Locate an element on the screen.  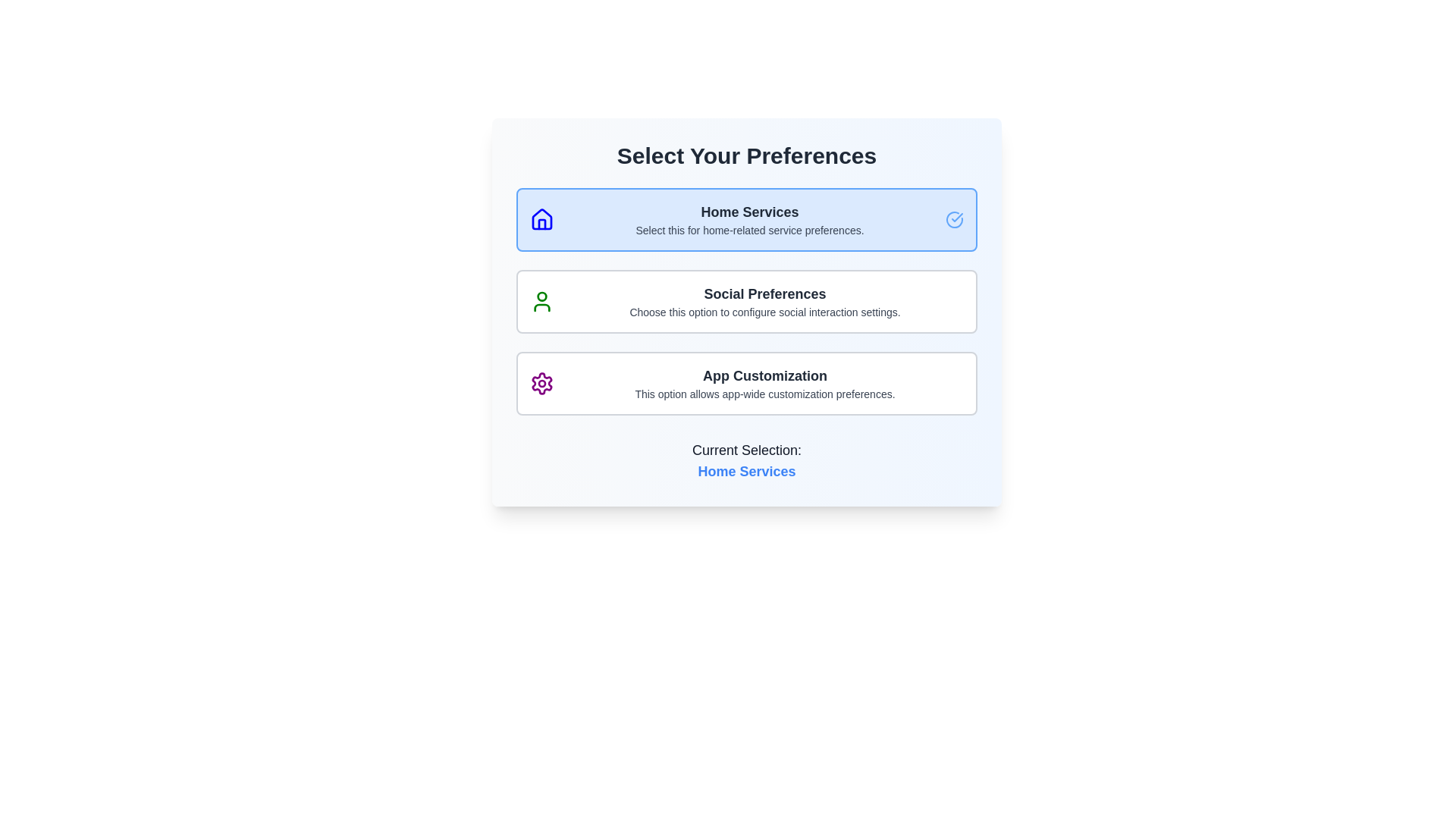
the 'Social Preferences' selectable menu item is located at coordinates (764, 301).